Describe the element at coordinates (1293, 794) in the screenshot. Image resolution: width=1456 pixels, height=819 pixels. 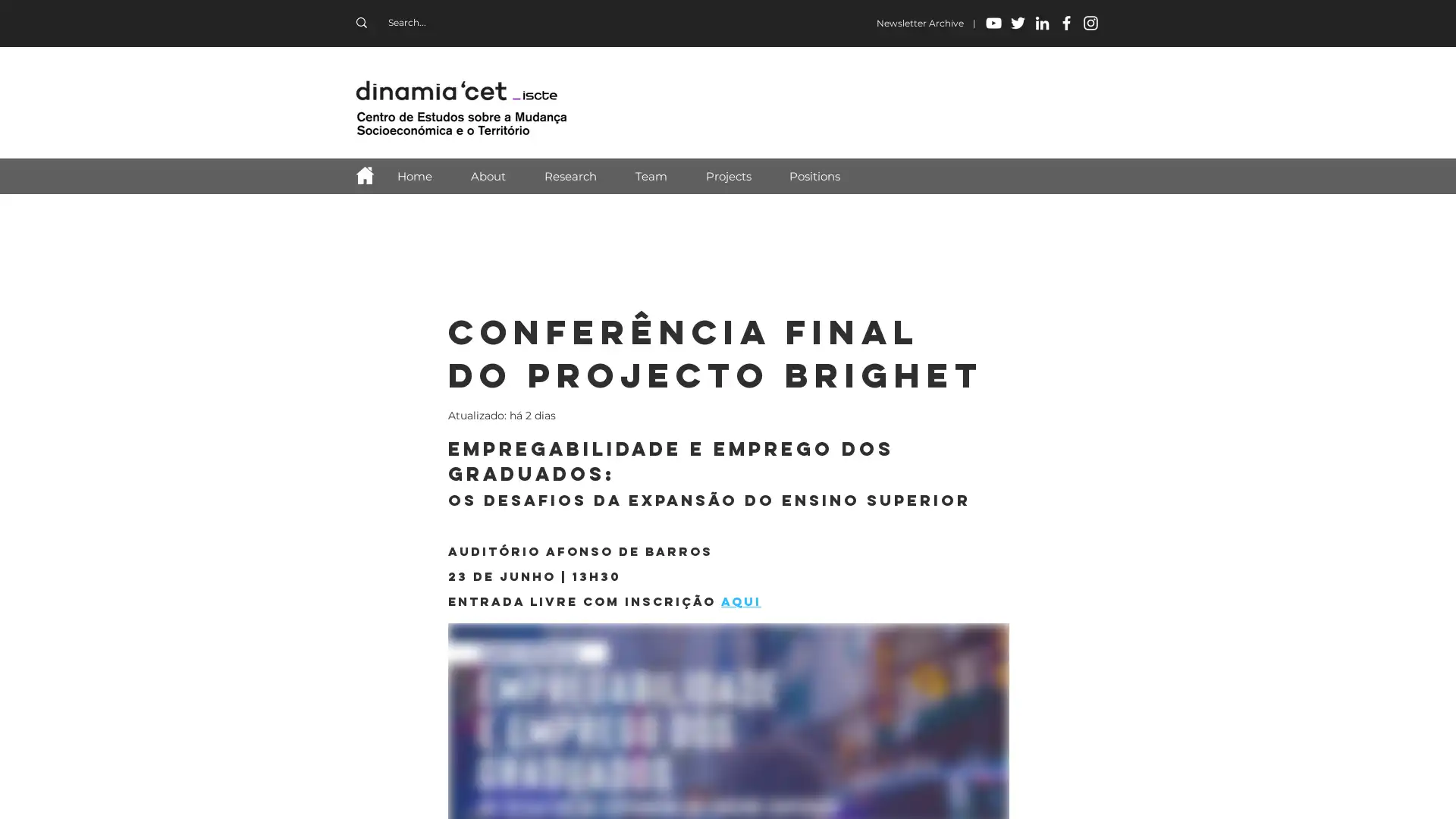
I see `Configuracoes` at that location.